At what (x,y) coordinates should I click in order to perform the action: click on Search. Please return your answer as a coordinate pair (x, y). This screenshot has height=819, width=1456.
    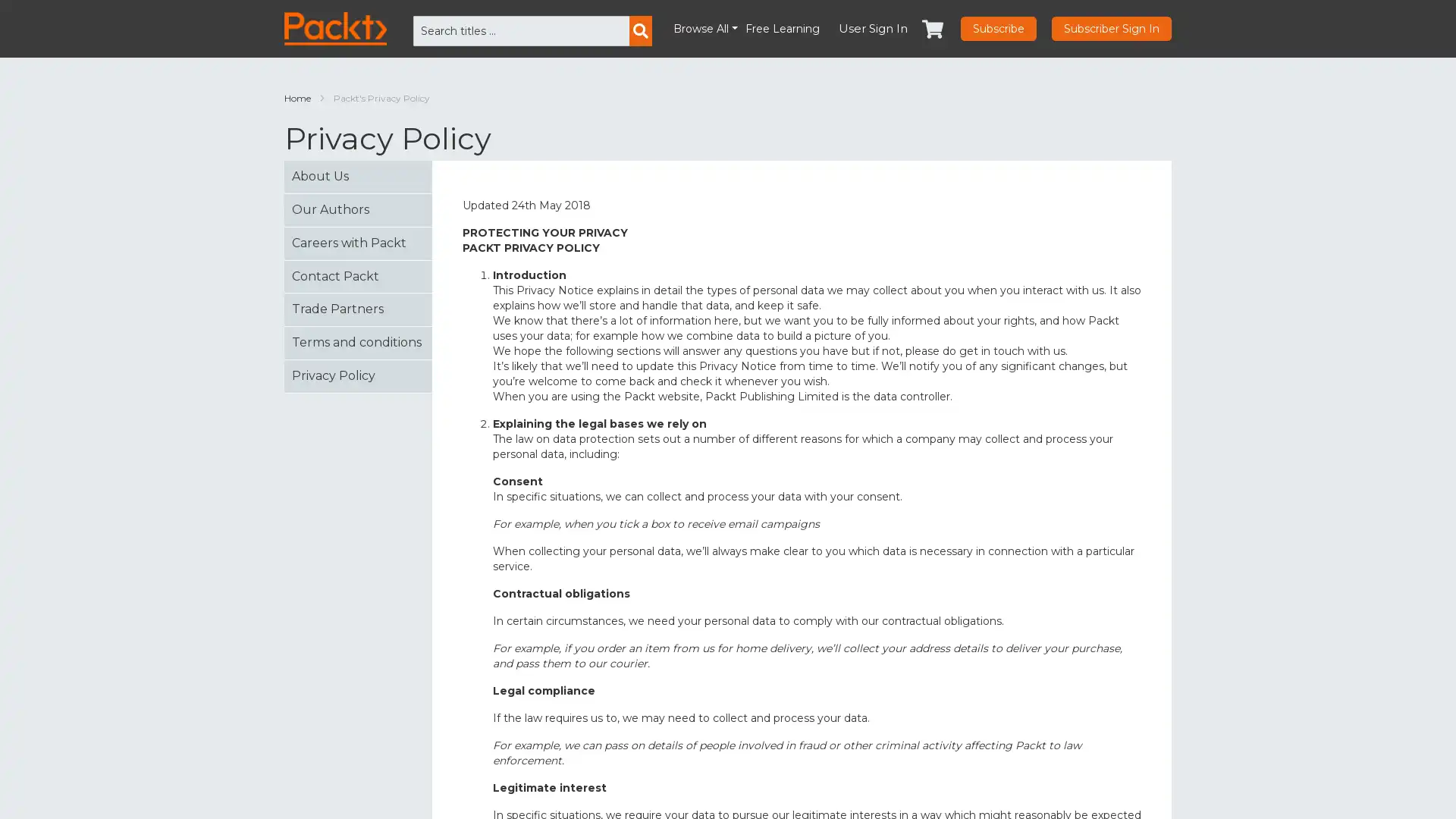
    Looking at the image, I should click on (640, 31).